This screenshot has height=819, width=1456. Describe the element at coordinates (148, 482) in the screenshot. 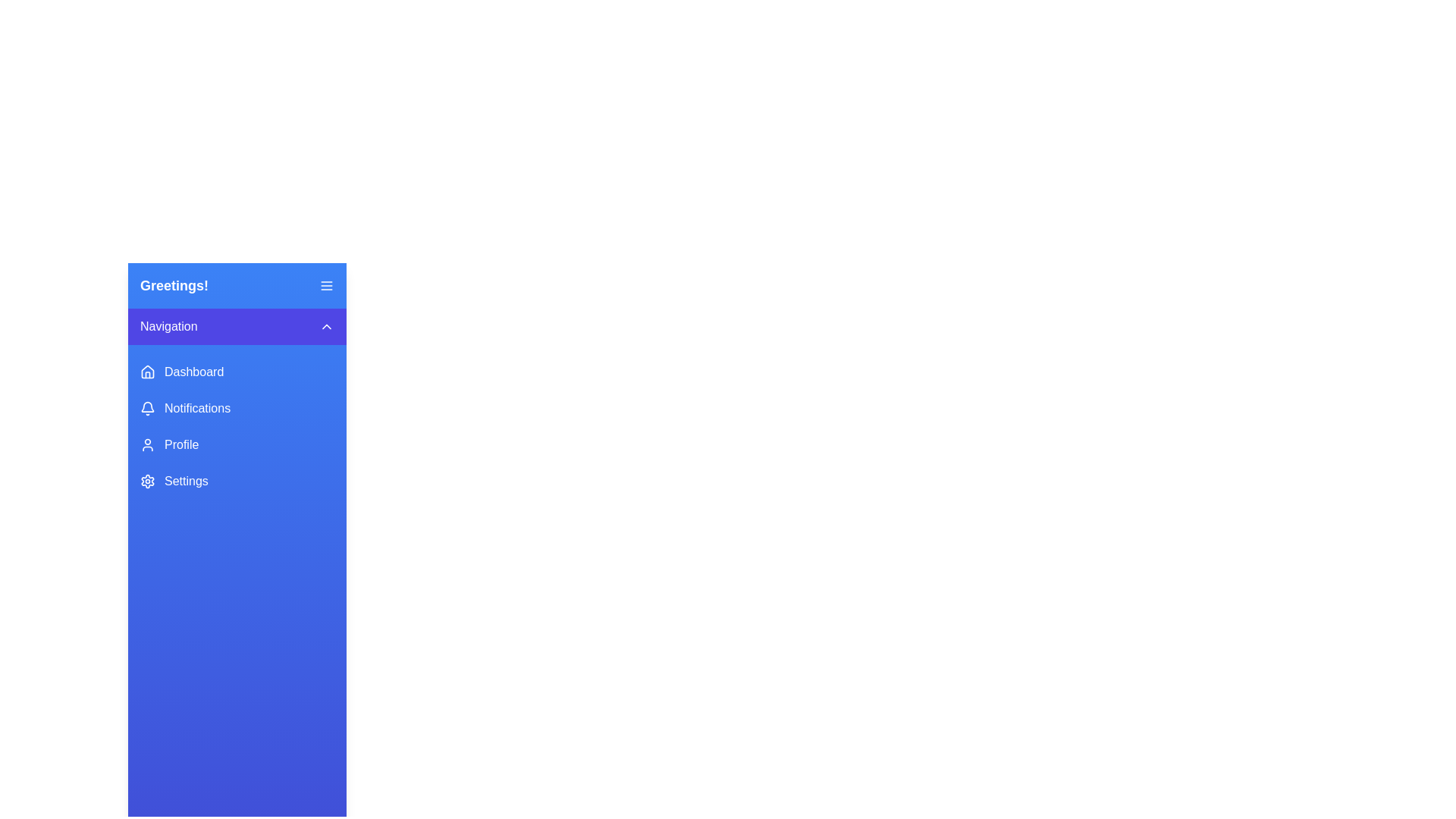

I see `the 'Settings' icon in the sidebar navigation menu, which is the fourth item from the top` at that location.